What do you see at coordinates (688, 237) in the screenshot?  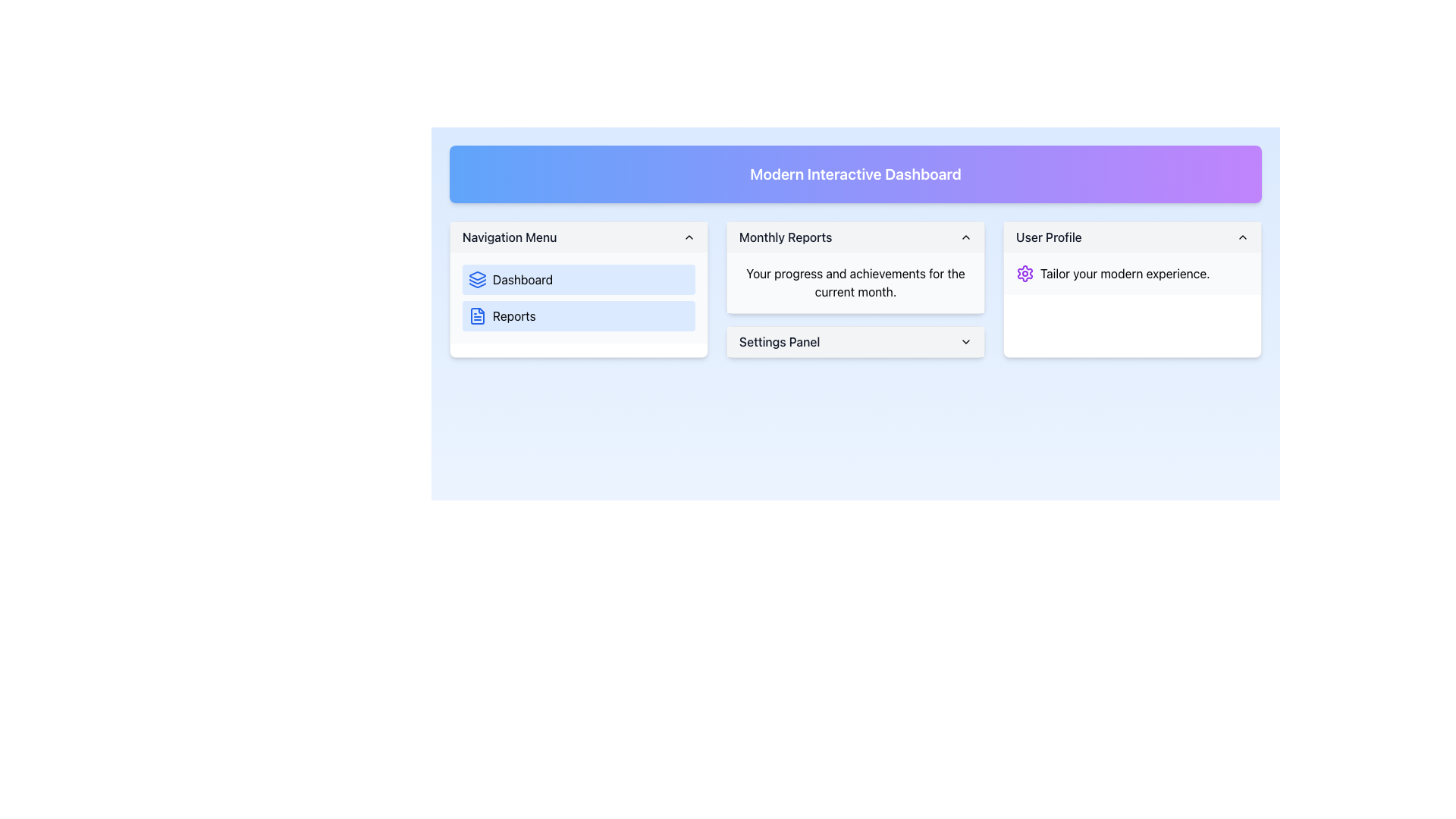 I see `the toggle icon for the 'Navigation Menu'` at bounding box center [688, 237].